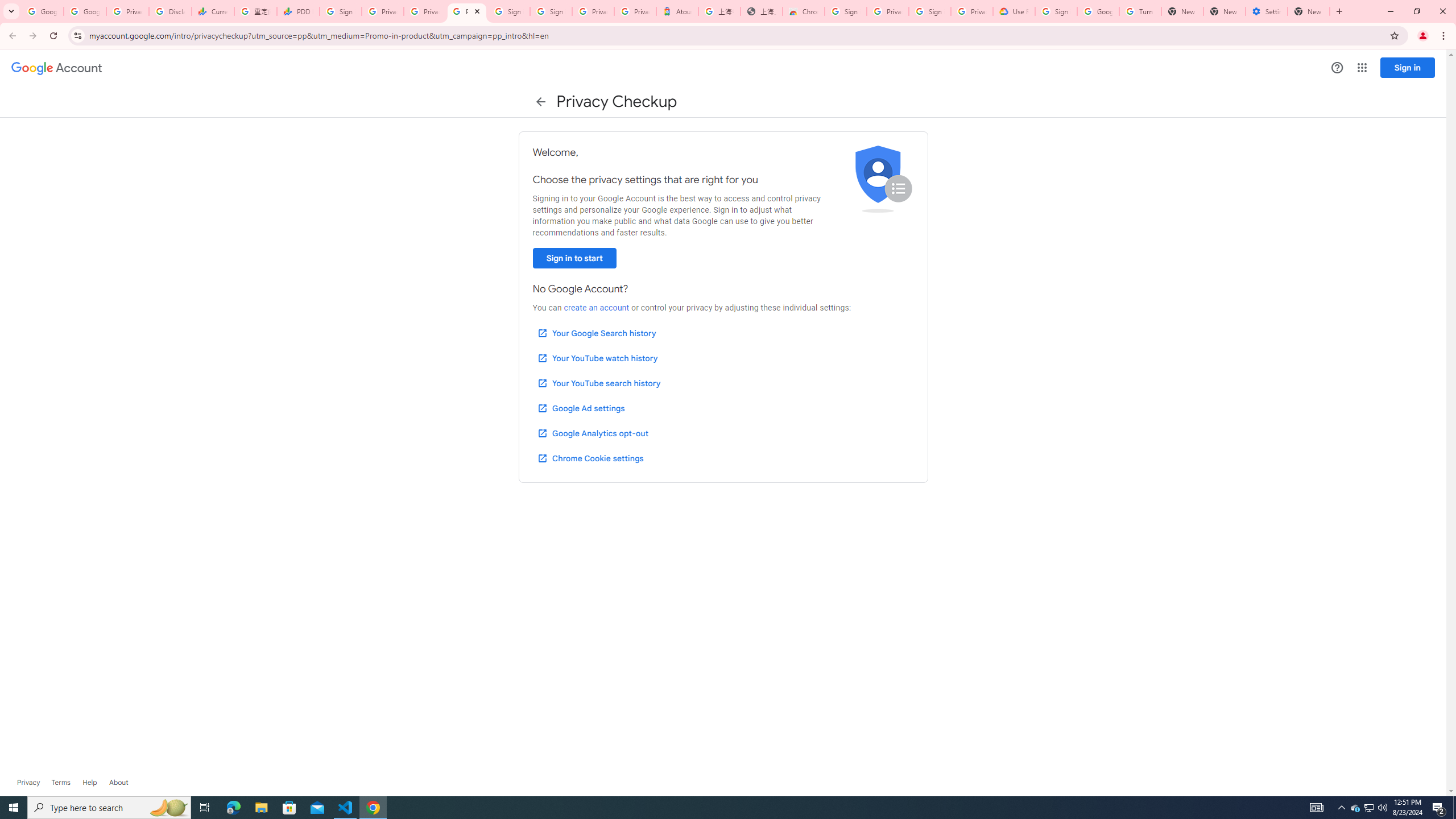 This screenshot has width=1456, height=819. What do you see at coordinates (297, 11) in the screenshot?
I see `'PDD Holdings Inc - ADR (PDD) Price & News - Google Finance'` at bounding box center [297, 11].